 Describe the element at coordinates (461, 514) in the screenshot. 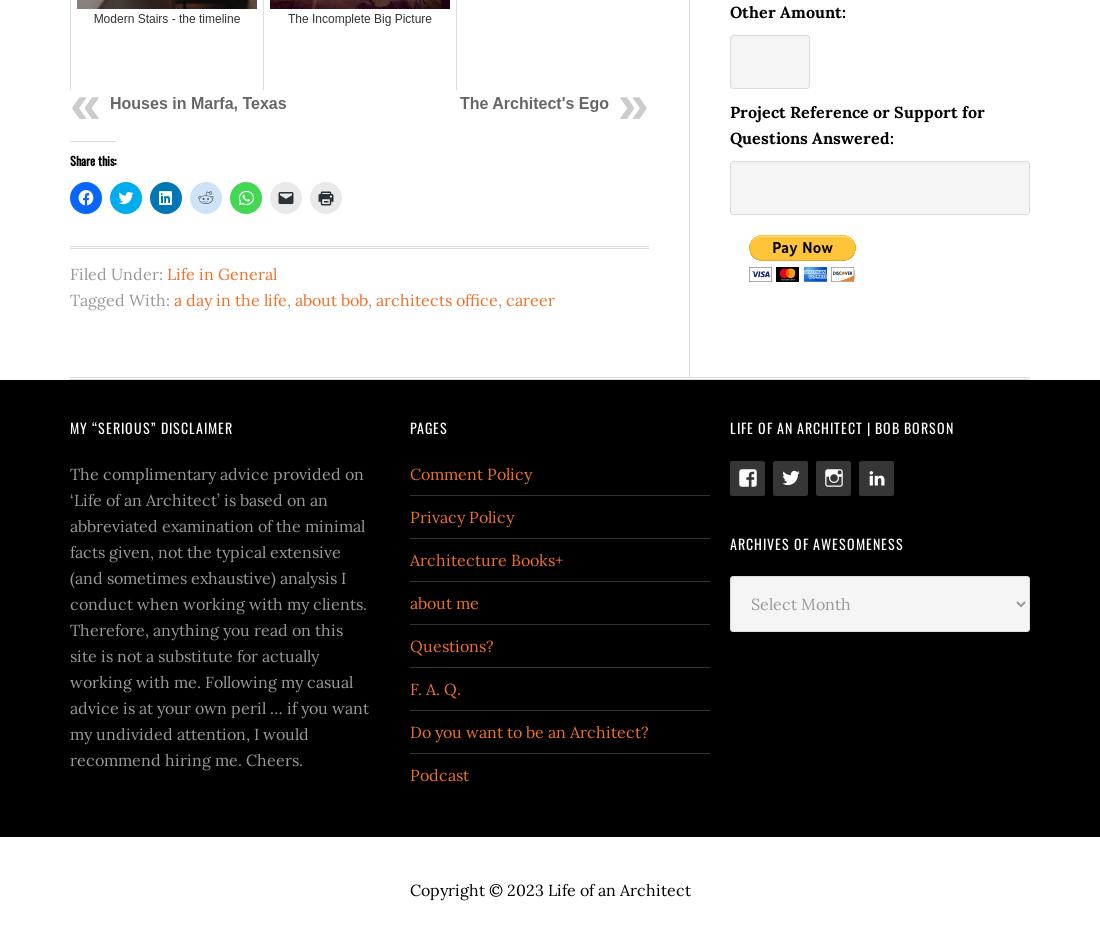

I see `'Privacy Policy'` at that location.